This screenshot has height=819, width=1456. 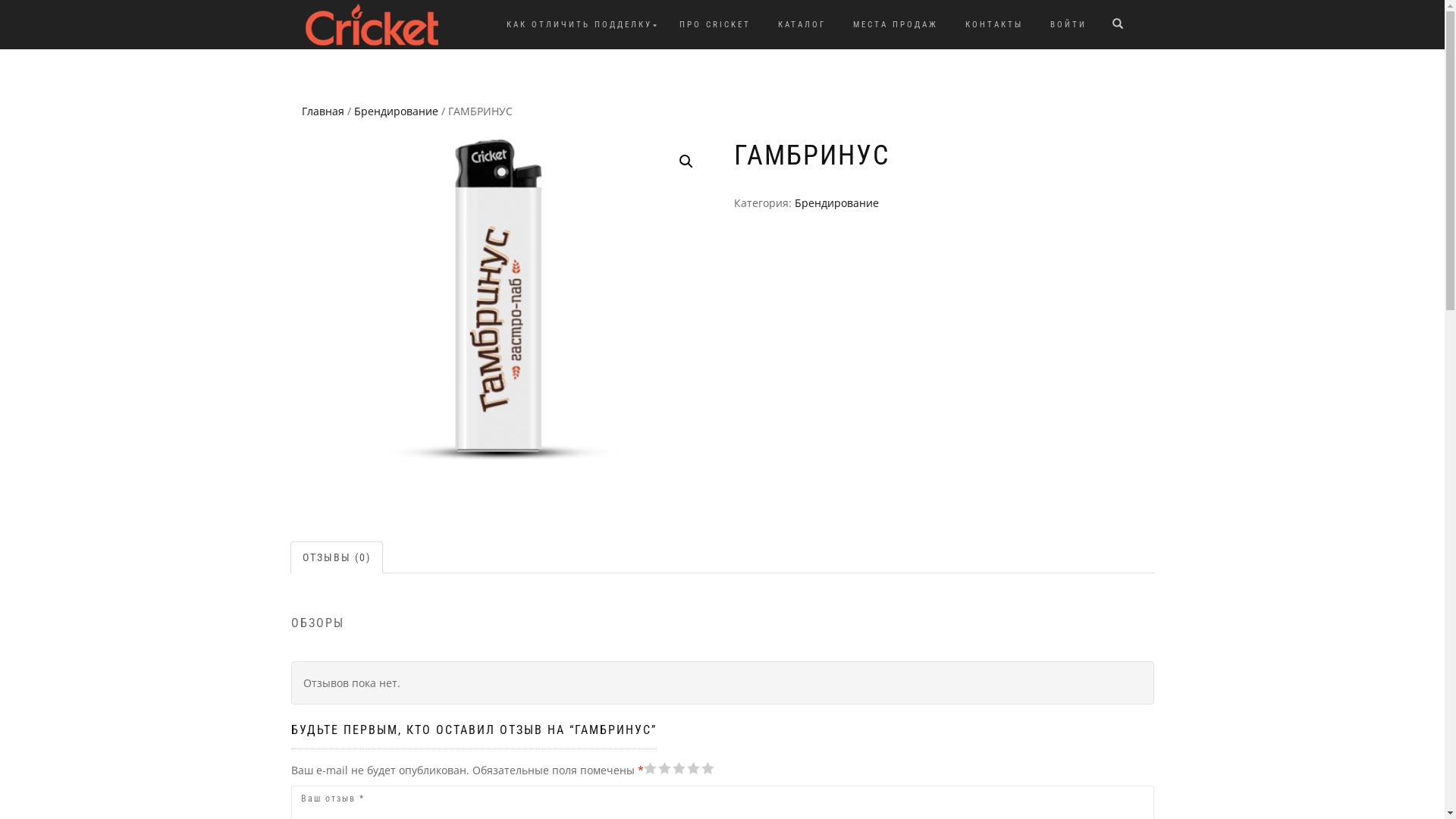 I want to click on '4', so click(x=669, y=768).